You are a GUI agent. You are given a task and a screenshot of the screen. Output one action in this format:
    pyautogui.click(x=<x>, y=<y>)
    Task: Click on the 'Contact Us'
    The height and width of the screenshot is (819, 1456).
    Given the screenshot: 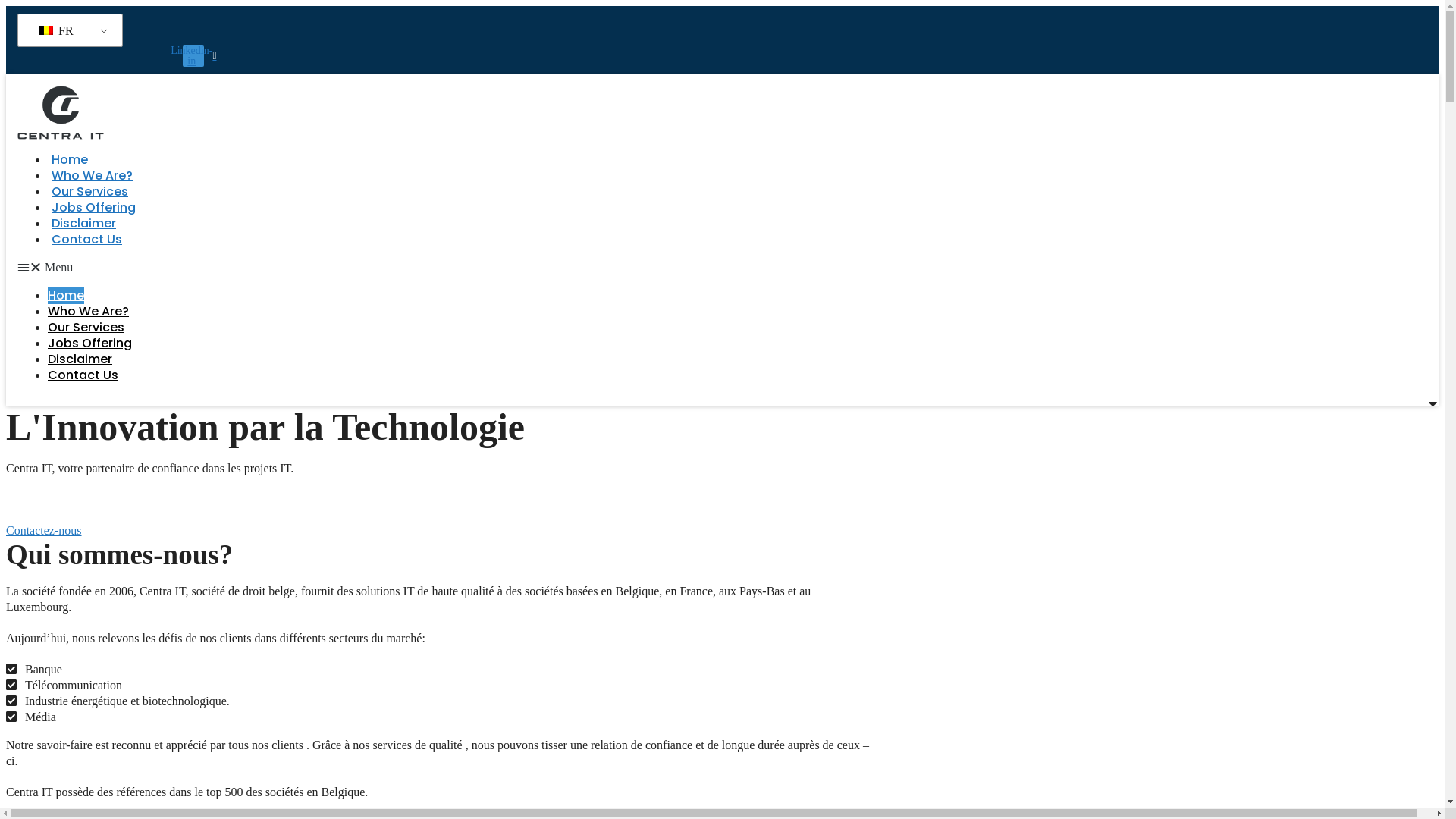 What is the action you would take?
    pyautogui.click(x=86, y=239)
    